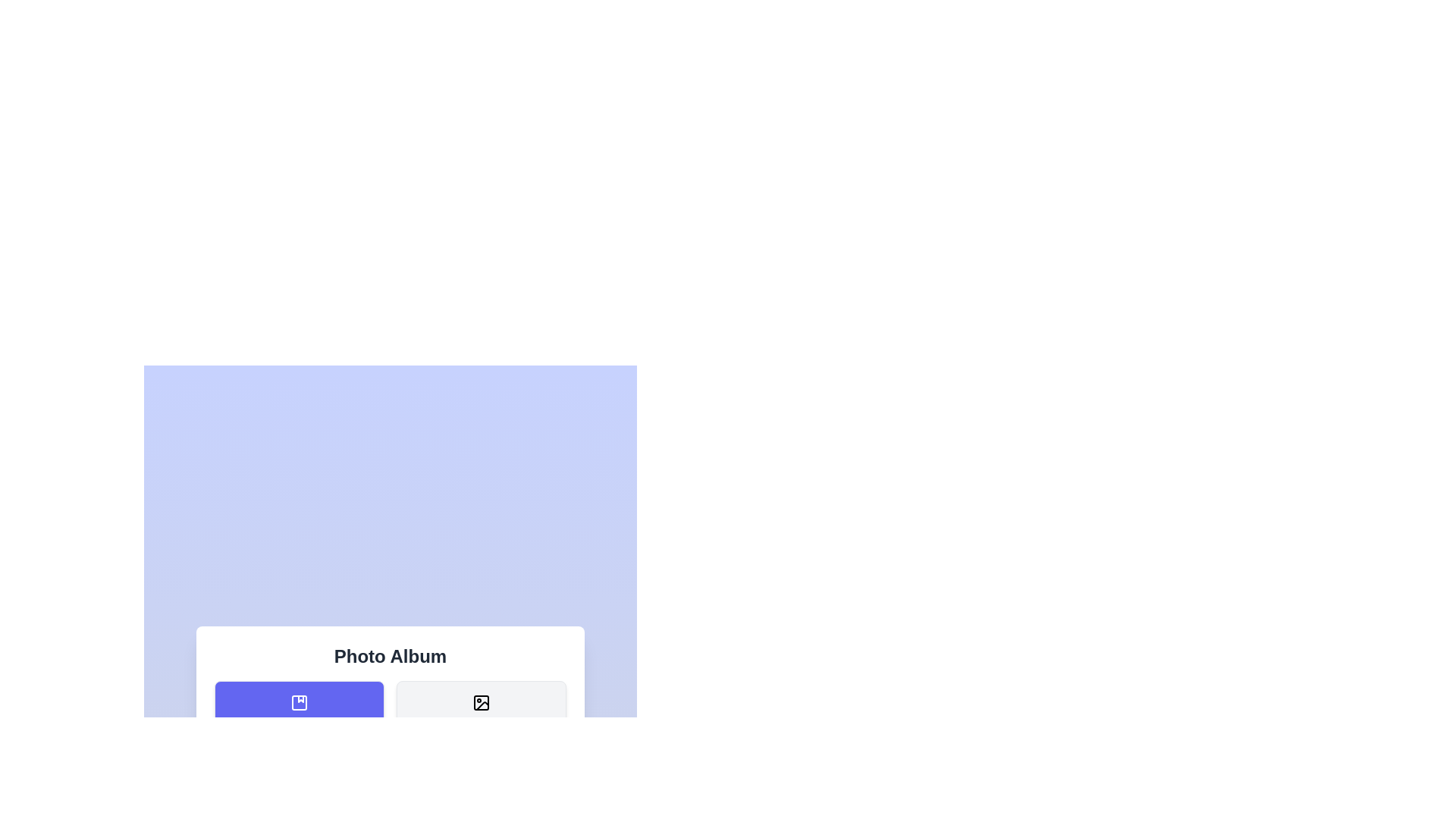 The image size is (1456, 819). I want to click on the menu button labeled Photos to view its hover effect, so click(480, 714).